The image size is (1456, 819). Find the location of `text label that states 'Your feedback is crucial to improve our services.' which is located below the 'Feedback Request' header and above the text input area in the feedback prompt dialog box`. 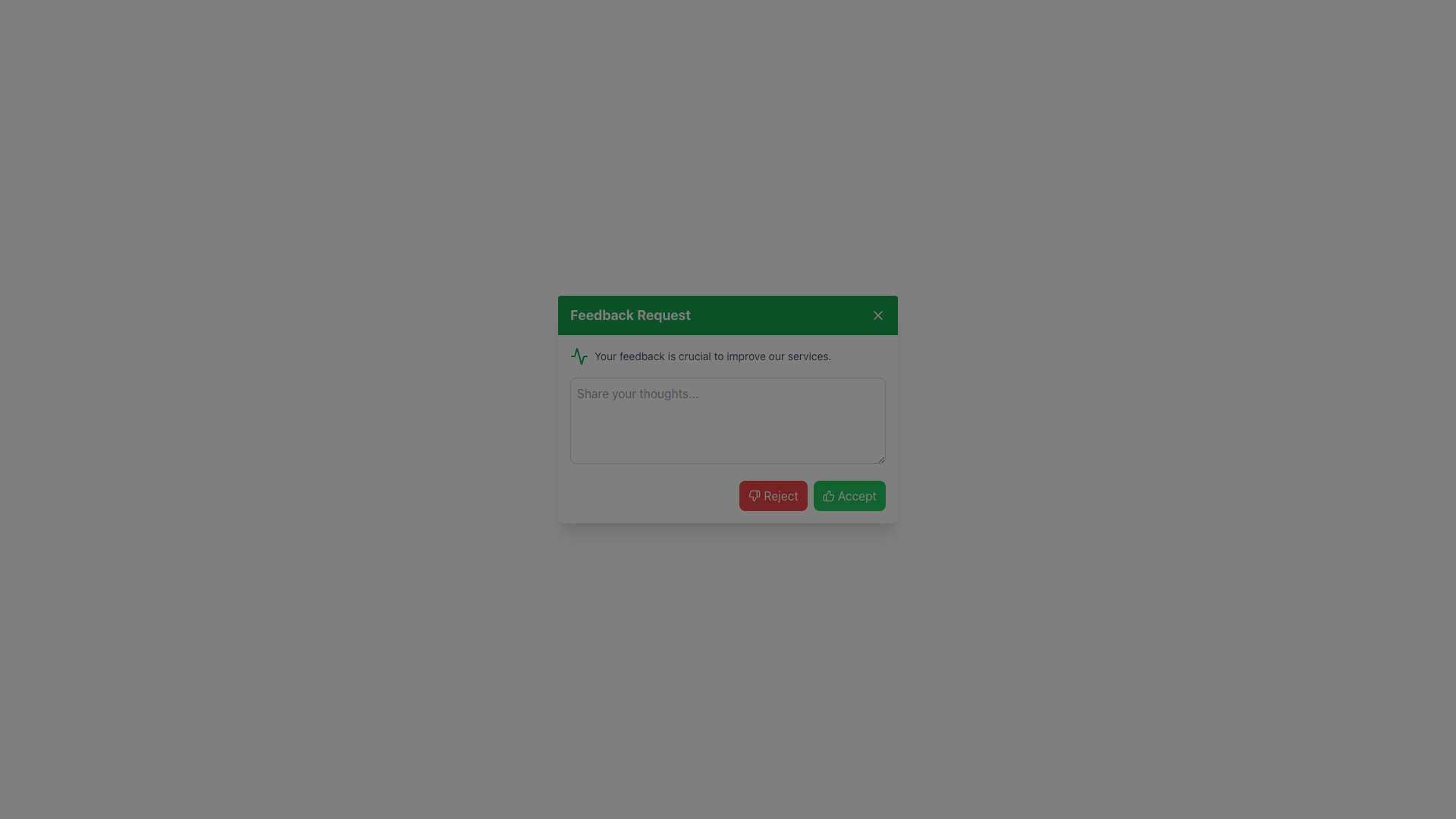

text label that states 'Your feedback is crucial to improve our services.' which is located below the 'Feedback Request' header and above the text input area in the feedback prompt dialog box is located at coordinates (712, 356).